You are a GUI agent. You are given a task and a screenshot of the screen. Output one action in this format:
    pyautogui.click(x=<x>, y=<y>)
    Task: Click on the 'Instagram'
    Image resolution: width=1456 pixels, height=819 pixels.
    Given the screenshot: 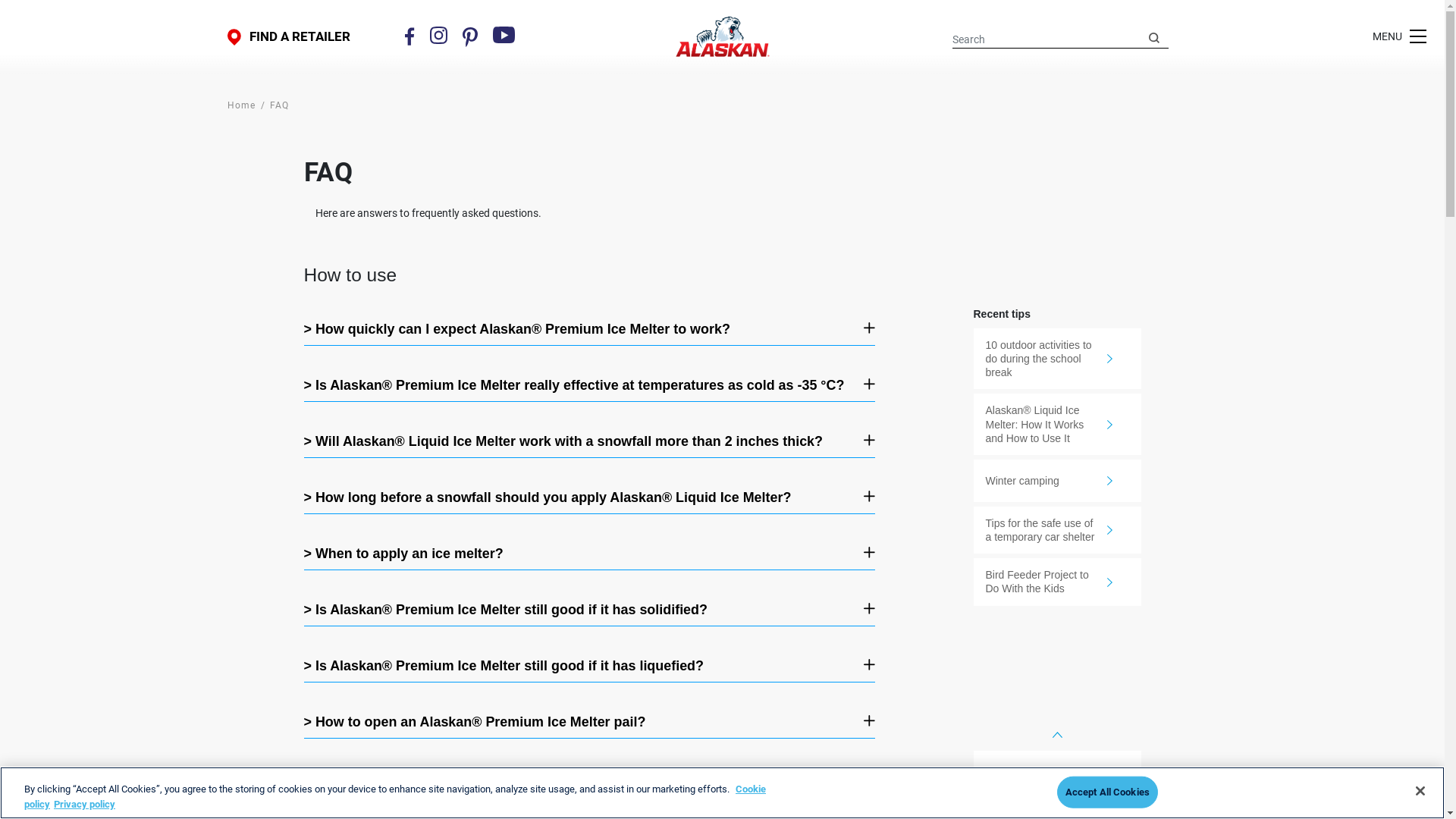 What is the action you would take?
    pyautogui.click(x=428, y=34)
    